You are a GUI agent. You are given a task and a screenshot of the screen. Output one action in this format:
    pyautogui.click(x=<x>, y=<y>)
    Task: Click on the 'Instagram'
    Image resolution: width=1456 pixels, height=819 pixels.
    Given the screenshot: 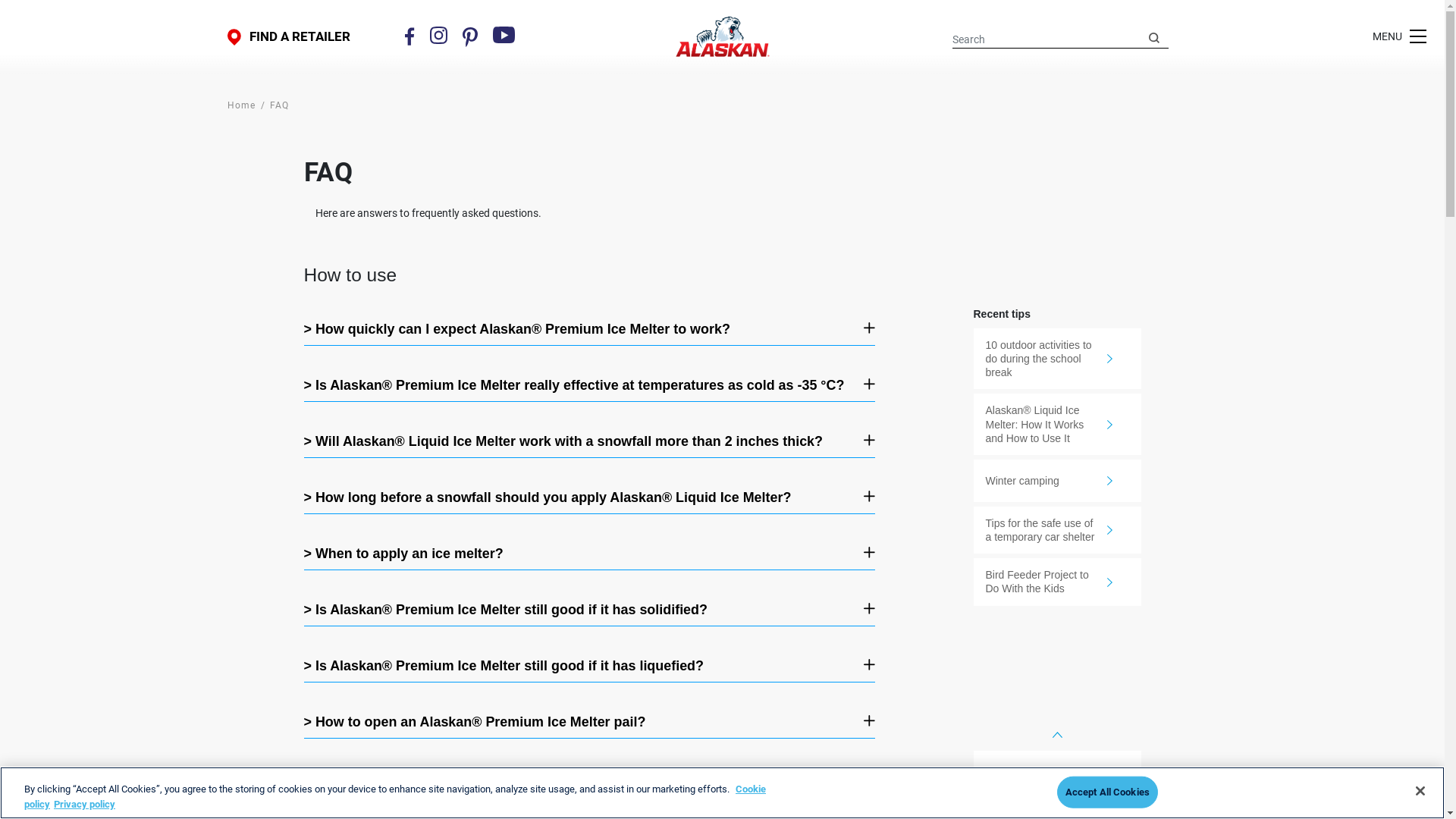 What is the action you would take?
    pyautogui.click(x=428, y=34)
    